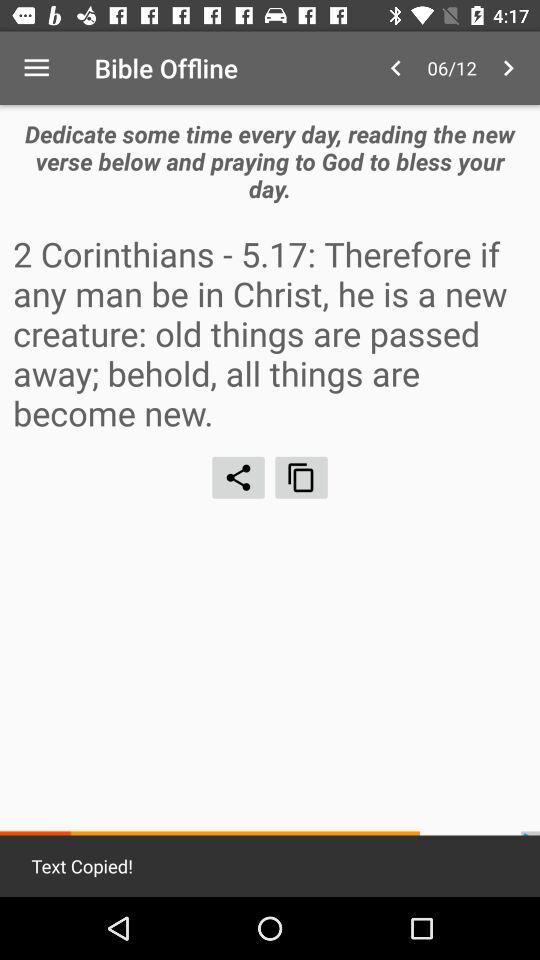 Image resolution: width=540 pixels, height=960 pixels. What do you see at coordinates (395, 68) in the screenshot?
I see `the item above dedicate some time icon` at bounding box center [395, 68].